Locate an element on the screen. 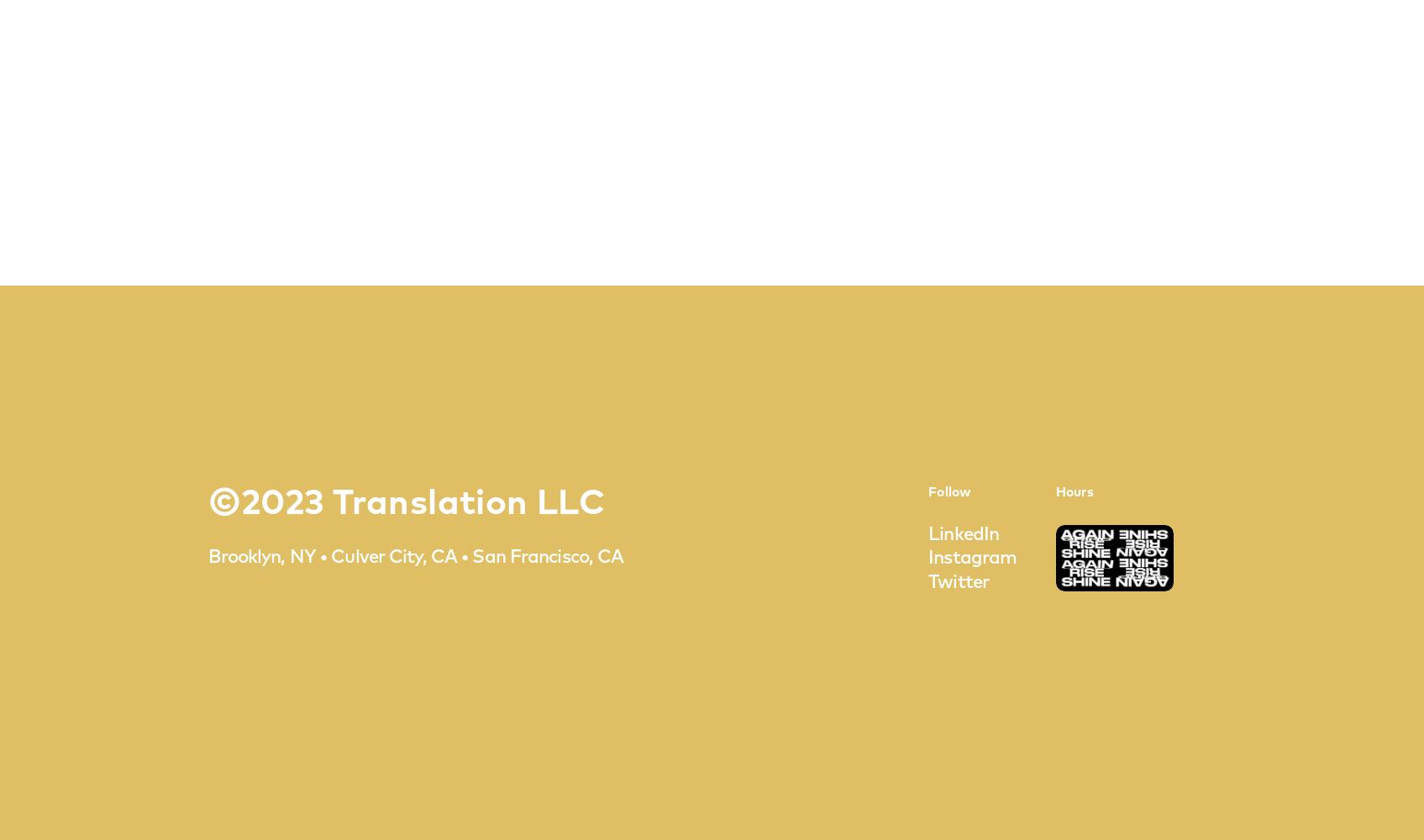 This screenshot has width=1424, height=840. '©2023 Translation LLC' is located at coordinates (206, 503).